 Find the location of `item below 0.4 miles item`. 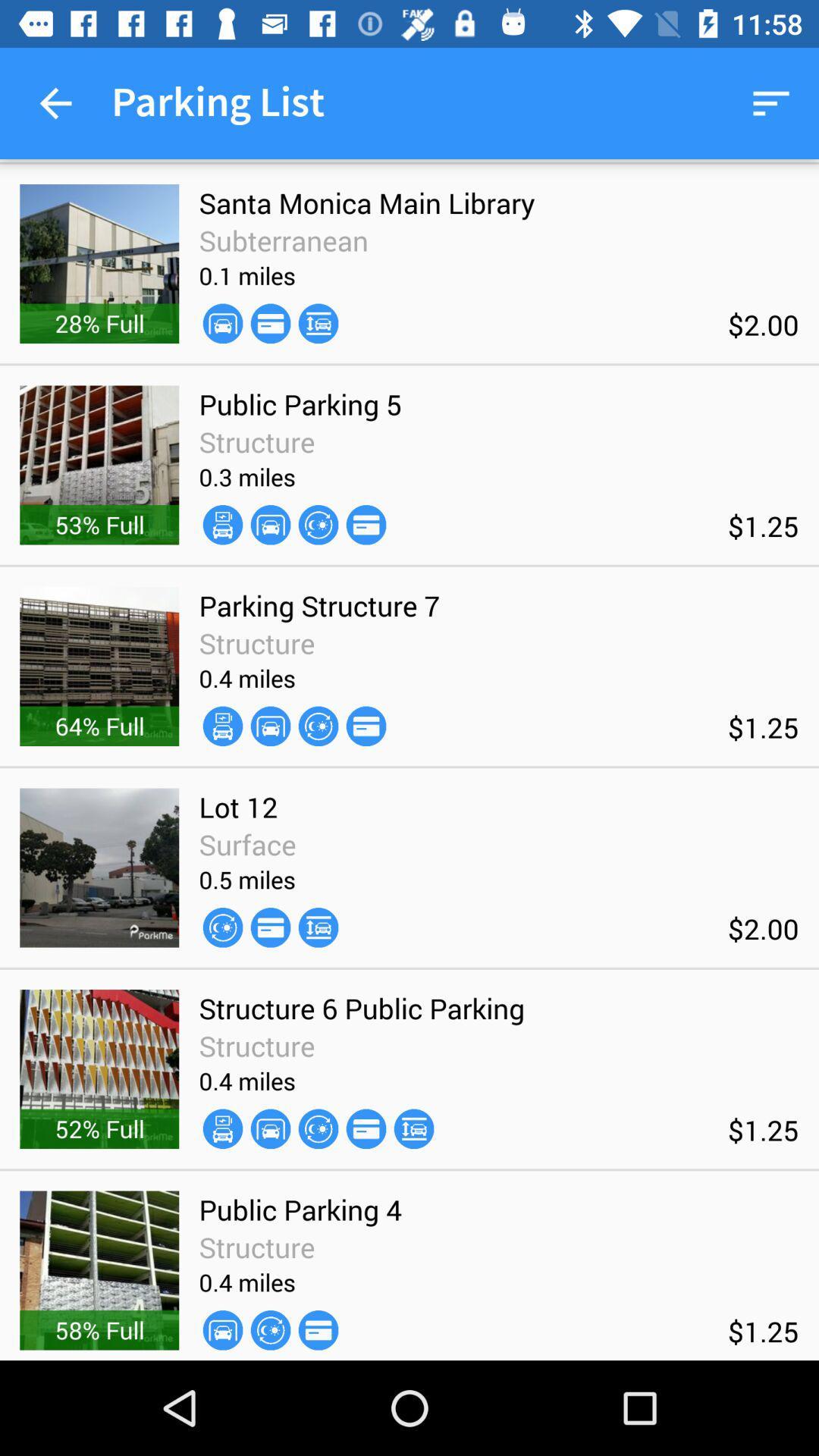

item below 0.4 miles item is located at coordinates (270, 1128).